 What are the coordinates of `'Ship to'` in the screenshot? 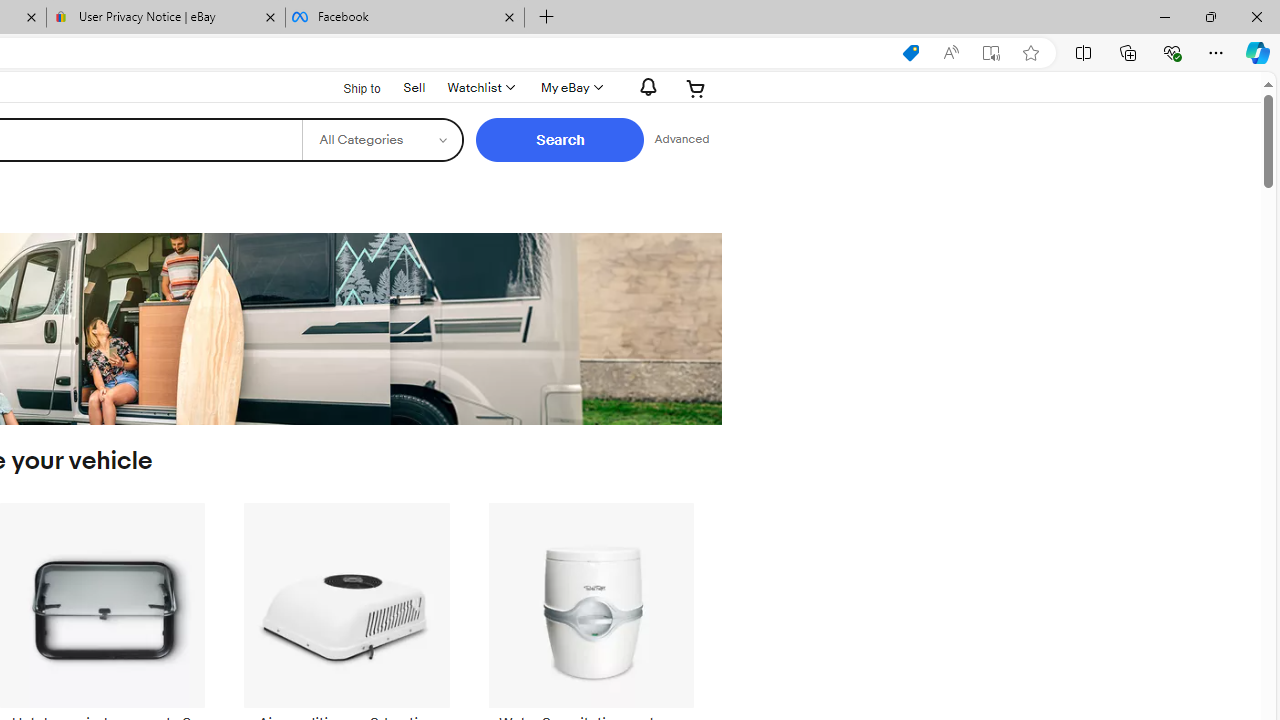 It's located at (349, 86).